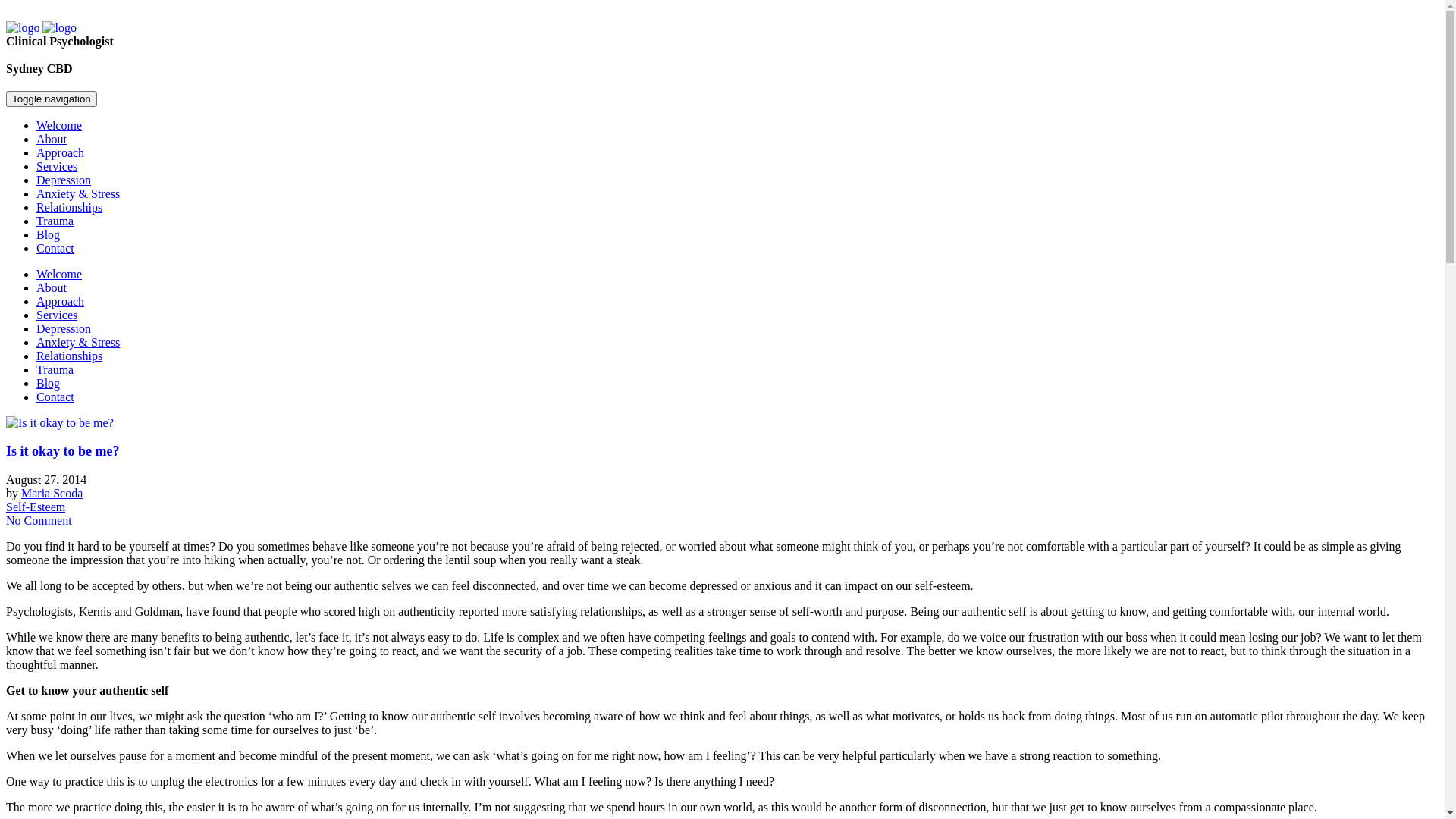 Image resolution: width=1456 pixels, height=819 pixels. I want to click on 'Blog', so click(48, 234).